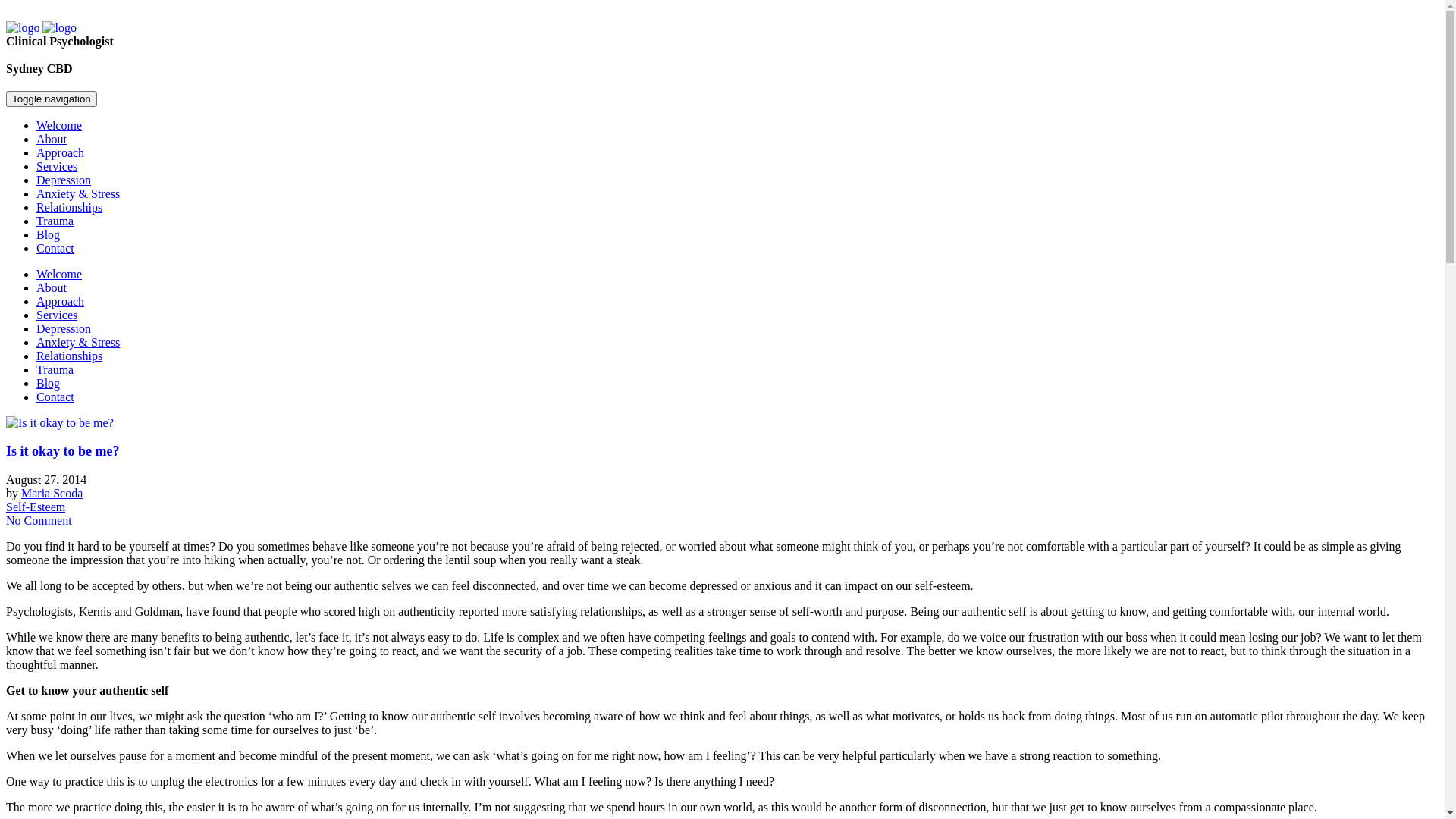 Image resolution: width=1456 pixels, height=819 pixels. I want to click on 'Blog', so click(48, 234).